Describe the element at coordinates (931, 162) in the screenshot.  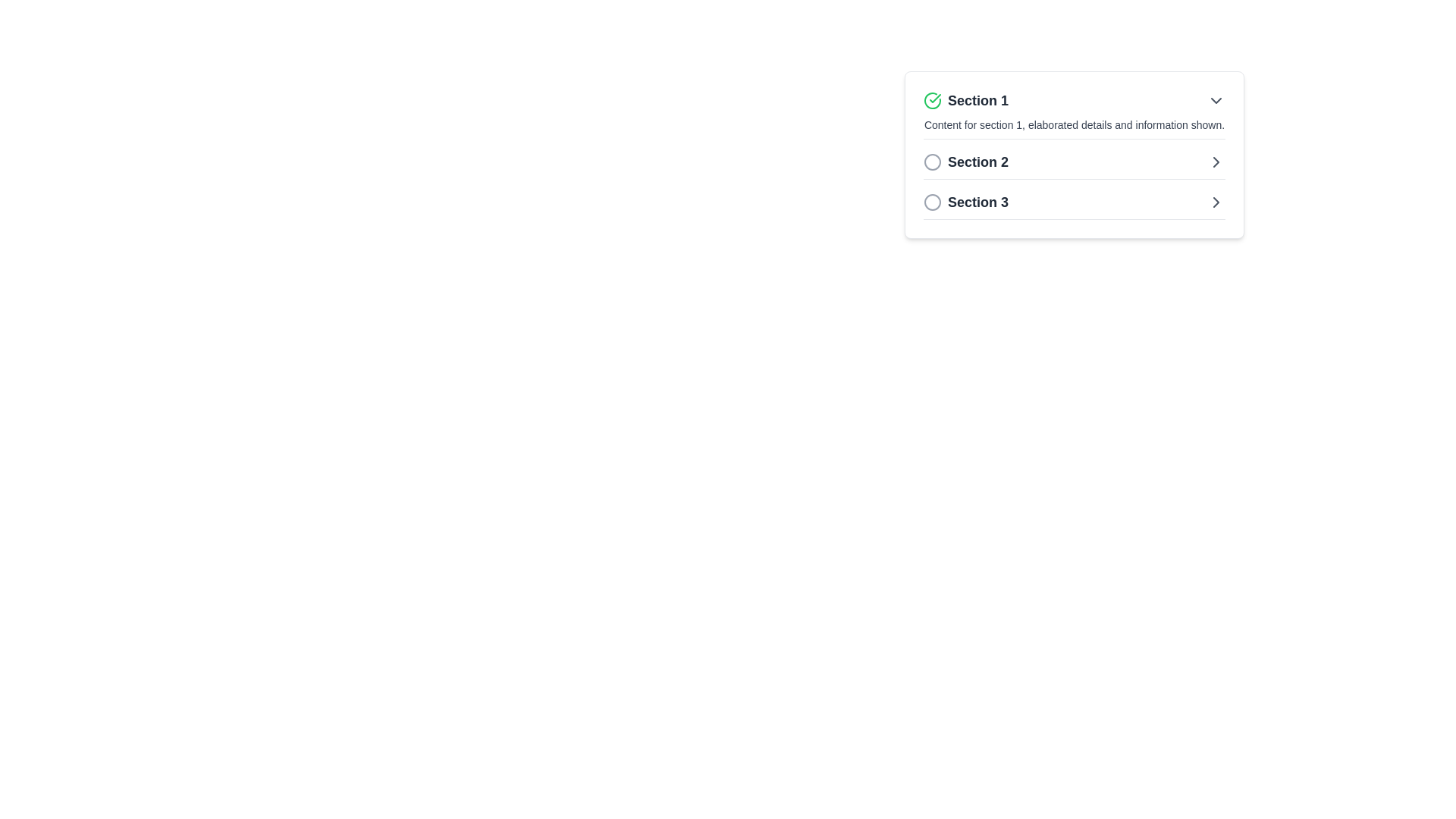
I see `the icon located in the second row of the list next to the text 'Section 2'` at that location.